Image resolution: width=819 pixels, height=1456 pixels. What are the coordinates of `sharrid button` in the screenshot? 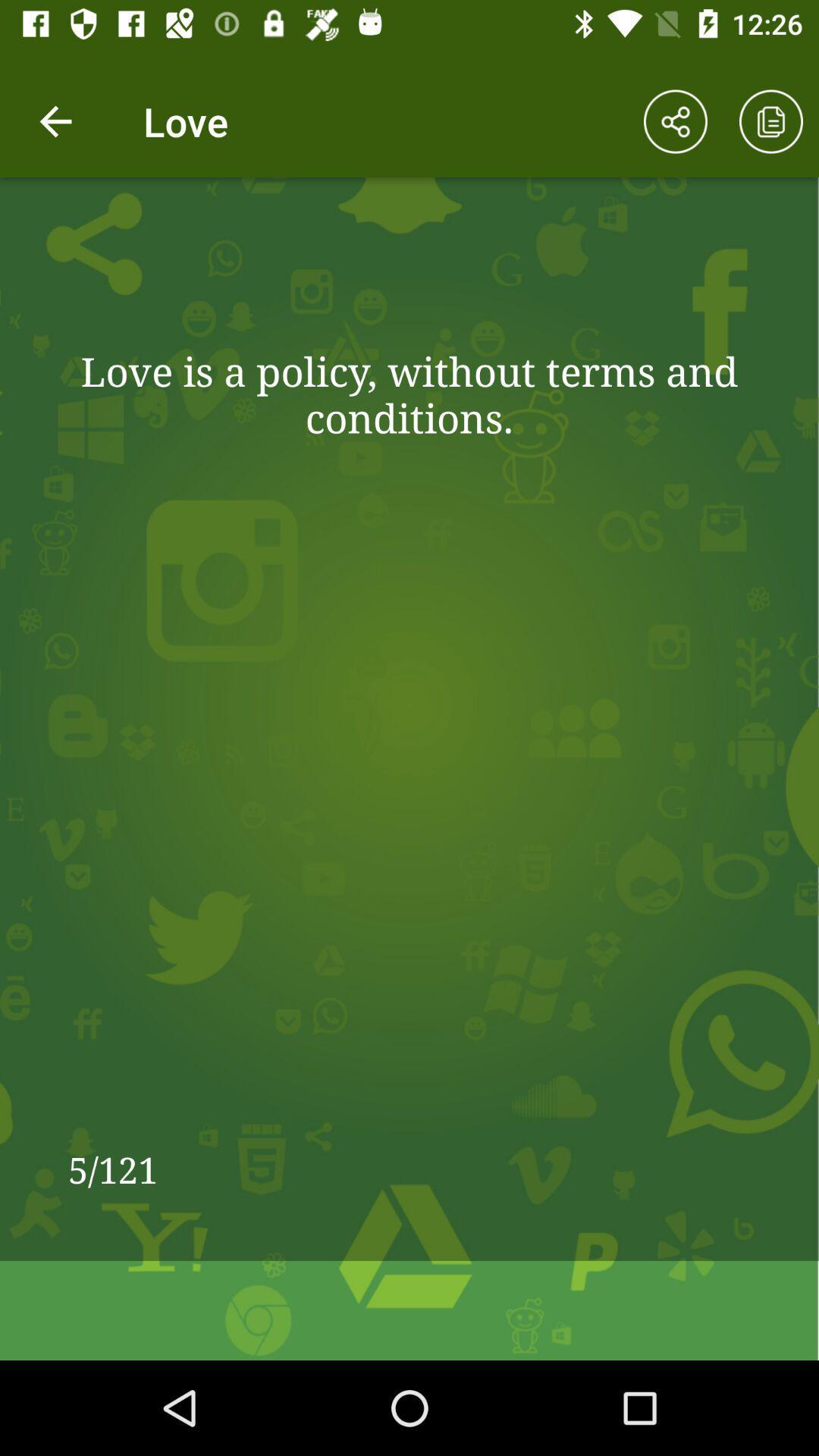 It's located at (675, 121).